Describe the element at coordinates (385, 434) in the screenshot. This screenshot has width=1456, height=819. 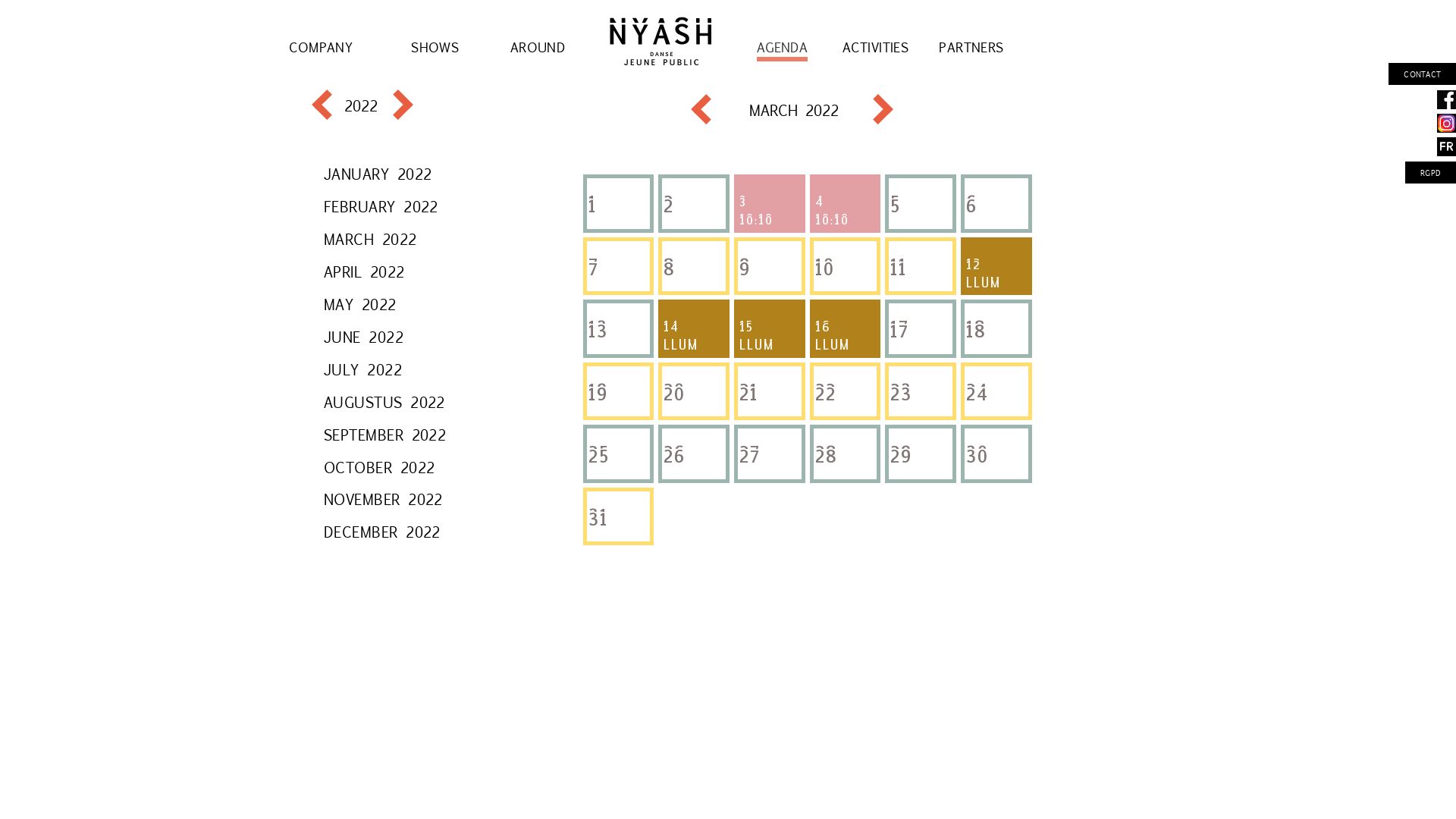
I see `'SEPTEMBER 2022'` at that location.